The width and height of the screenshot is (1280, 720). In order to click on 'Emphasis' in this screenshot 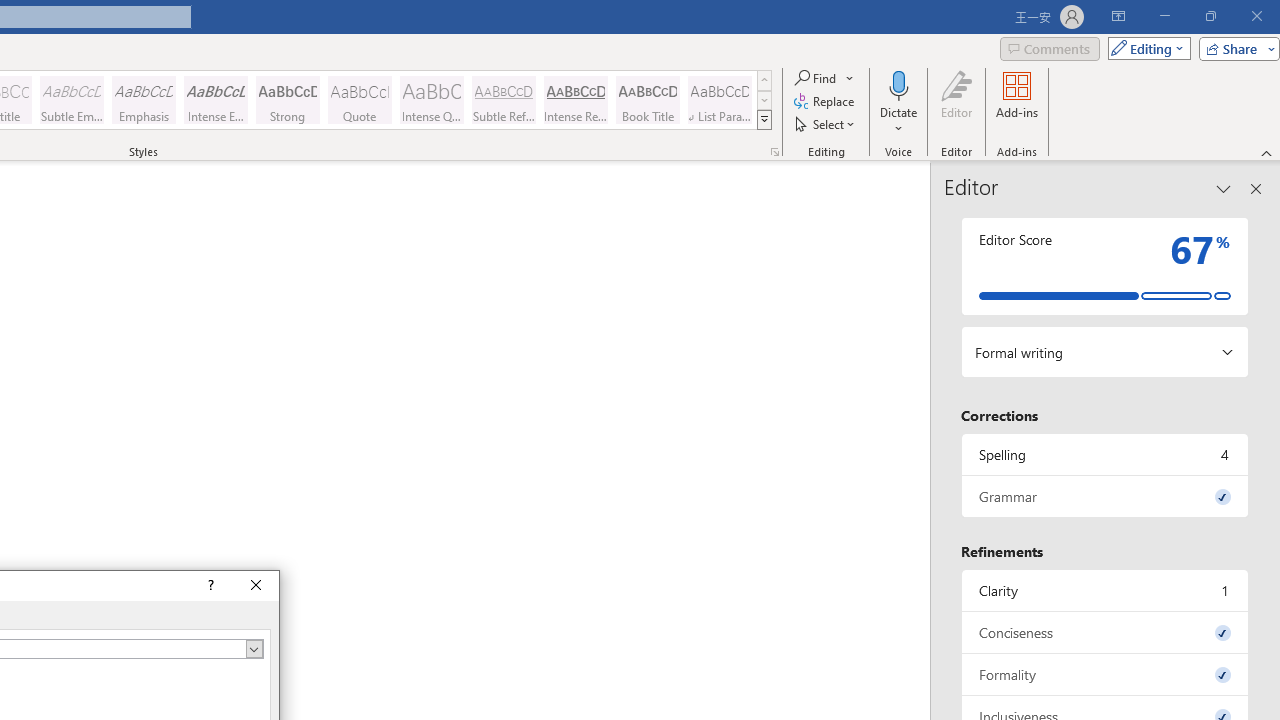, I will do `click(143, 100)`.